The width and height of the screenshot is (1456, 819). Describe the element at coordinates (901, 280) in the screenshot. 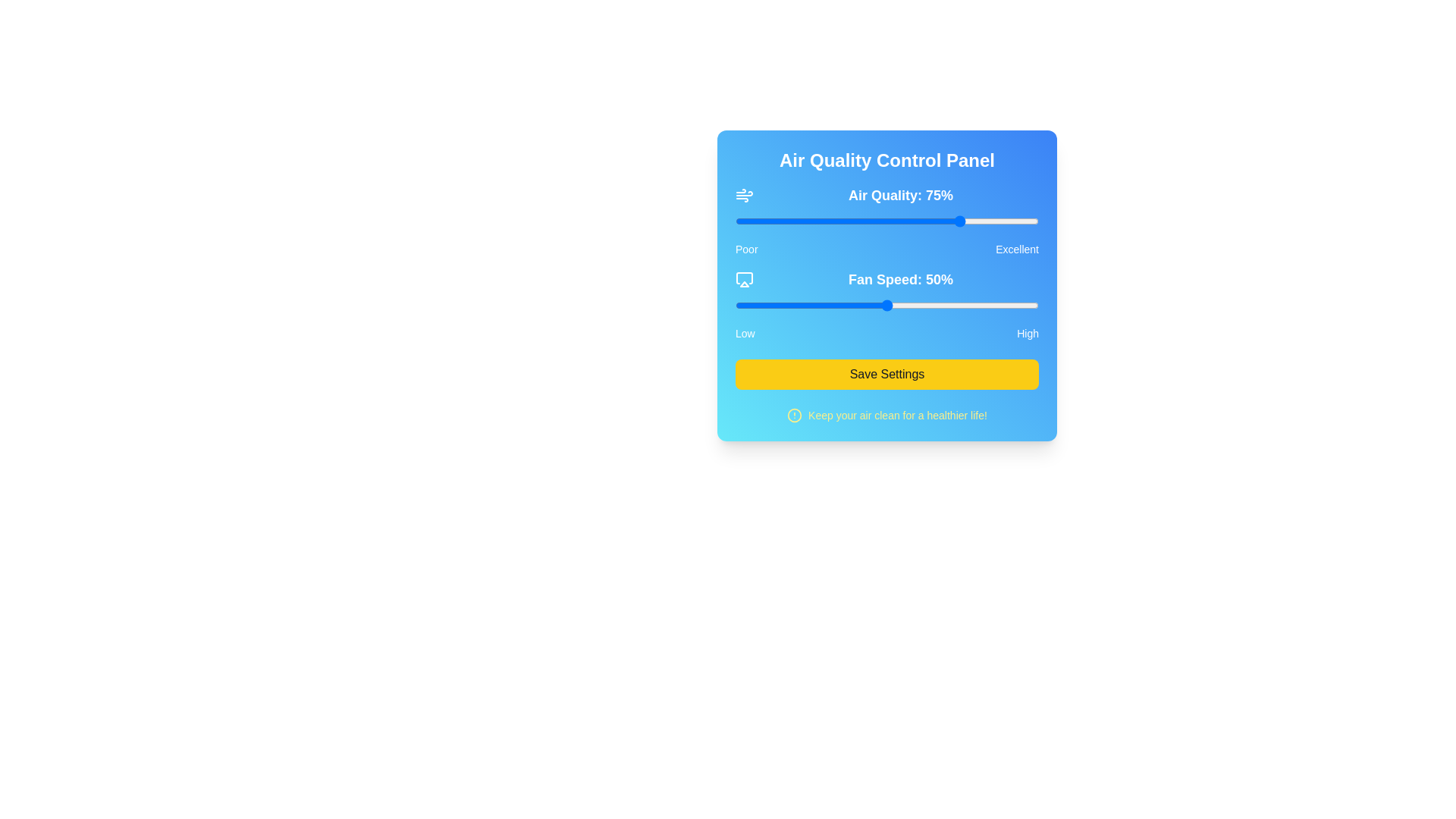

I see `the text label displaying 'Fan Speed: 50%' which is styled in a large, bold sans-serif font and is centrally aligned within the Air Quality Control Panel` at that location.